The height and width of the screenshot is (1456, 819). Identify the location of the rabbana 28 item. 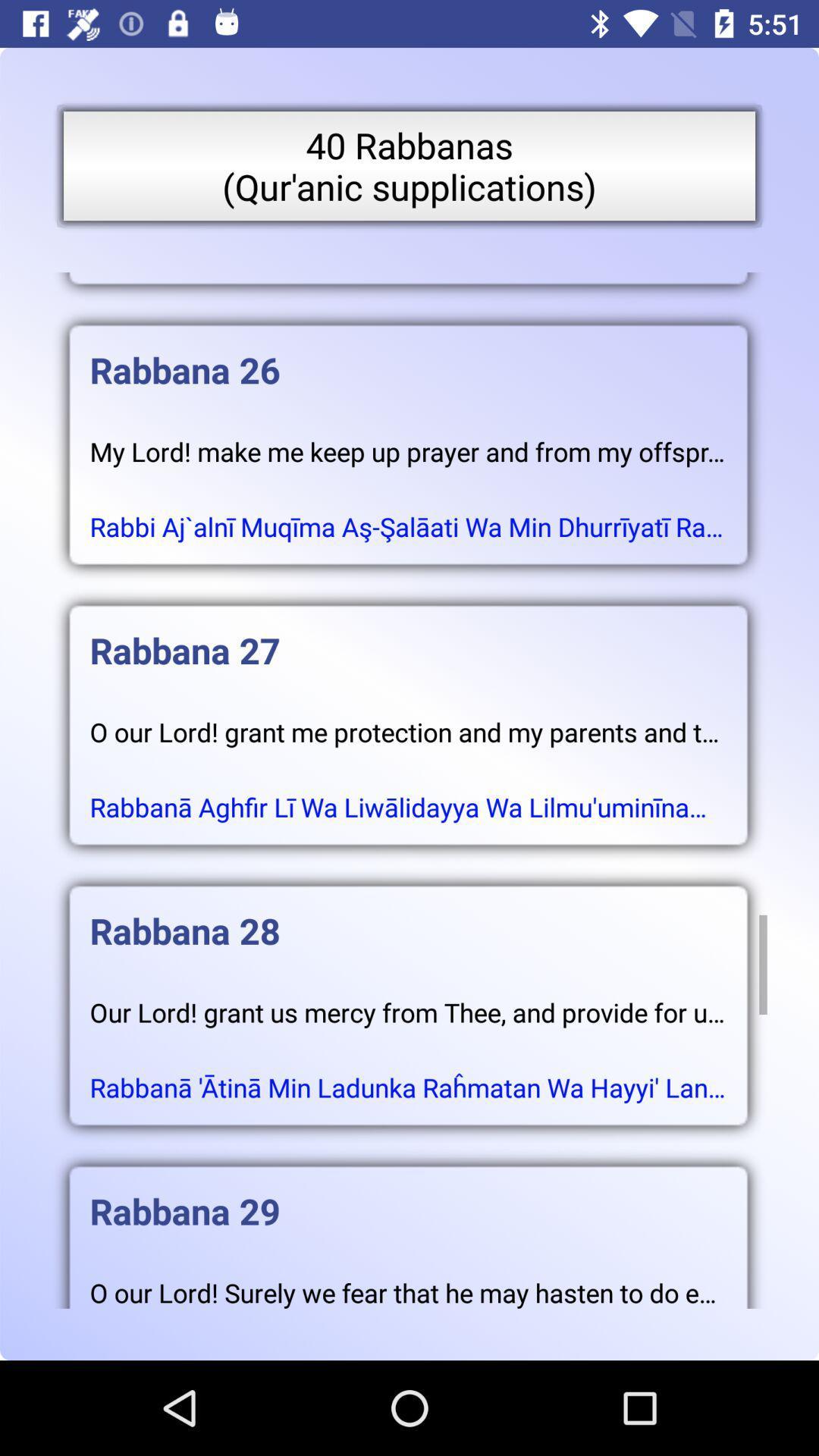
(407, 915).